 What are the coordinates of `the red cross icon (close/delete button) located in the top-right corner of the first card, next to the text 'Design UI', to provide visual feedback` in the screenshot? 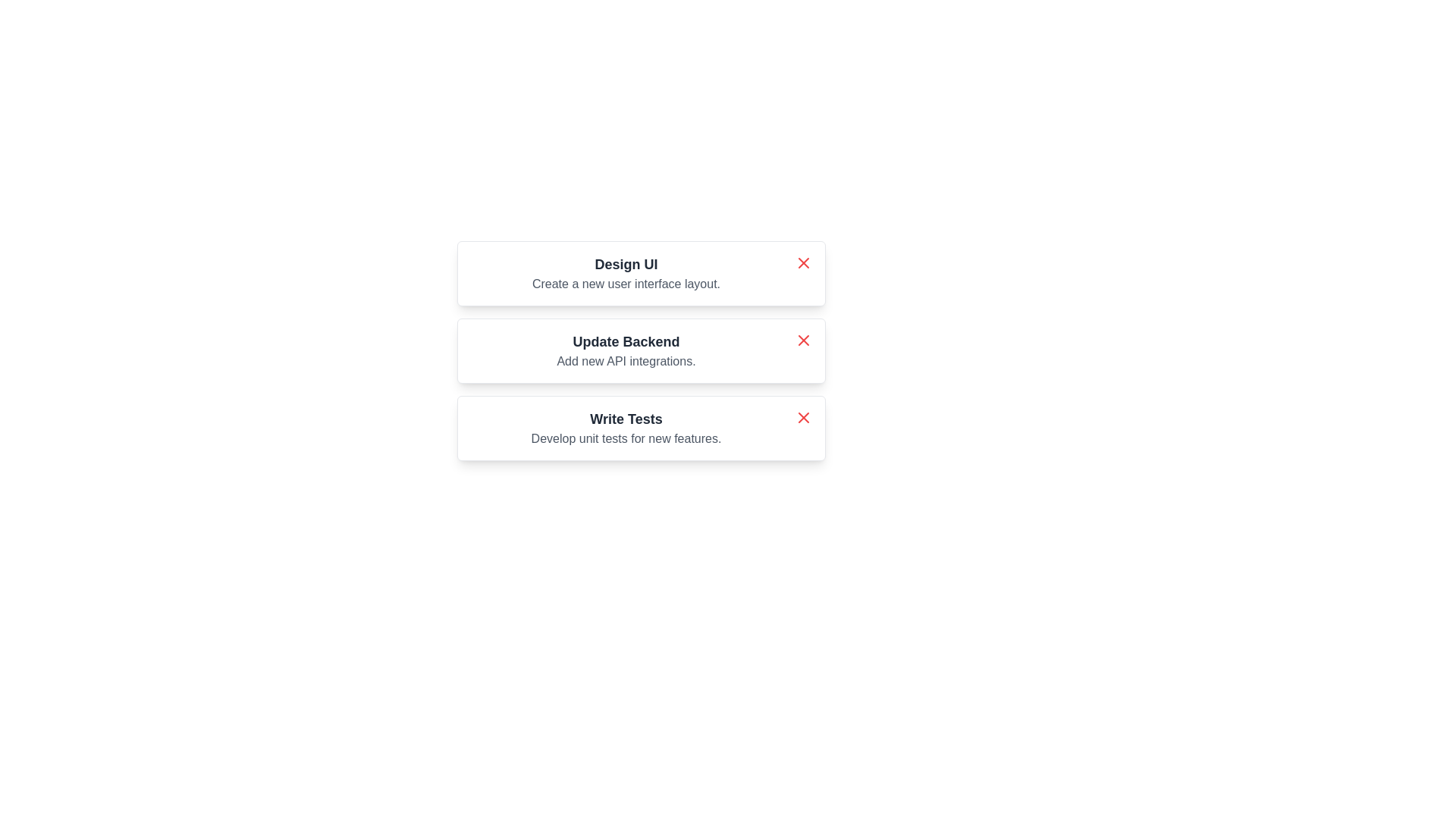 It's located at (803, 262).